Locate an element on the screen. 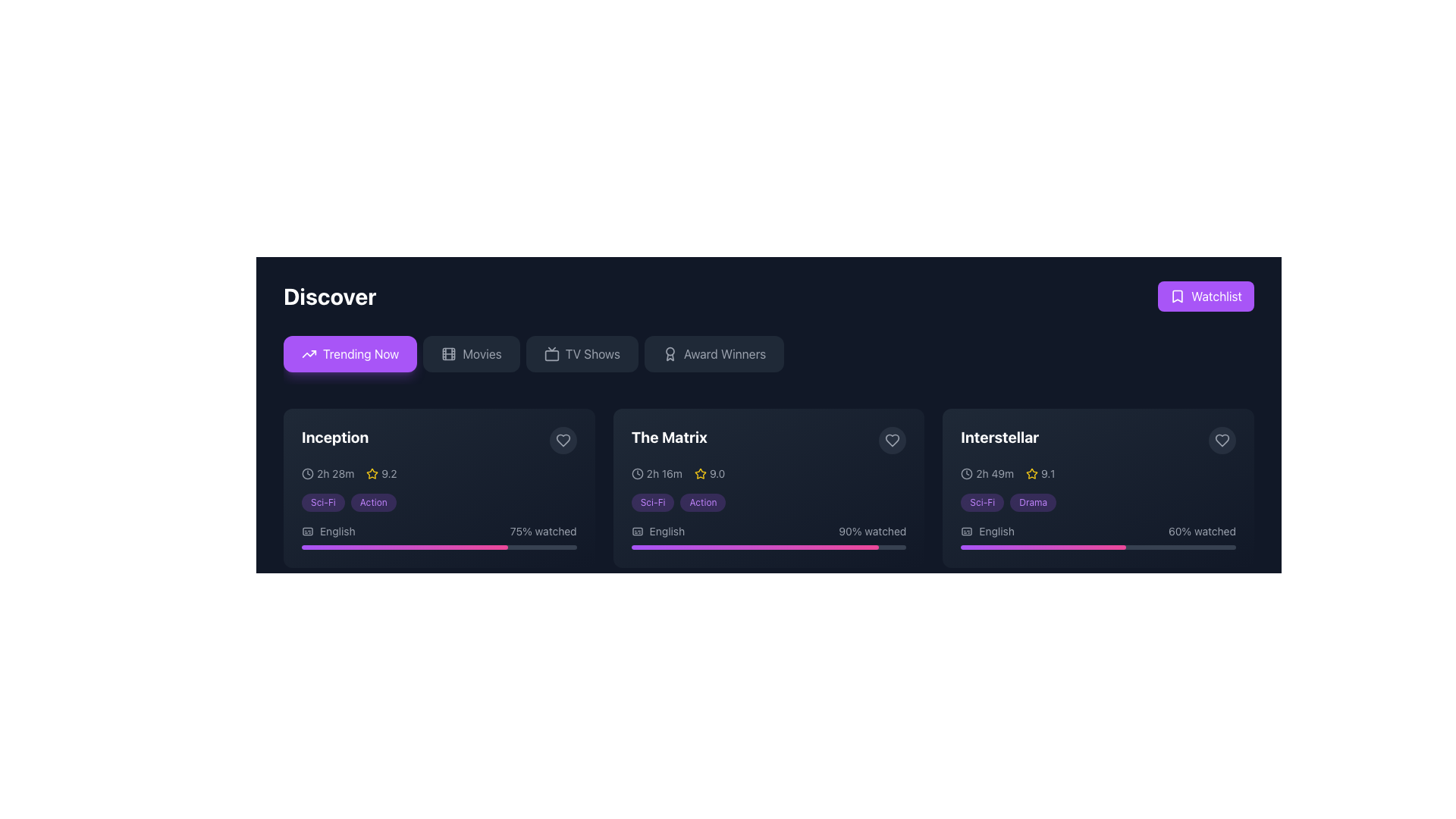 This screenshot has height=819, width=1456. watched progress is located at coordinates (1057, 547).